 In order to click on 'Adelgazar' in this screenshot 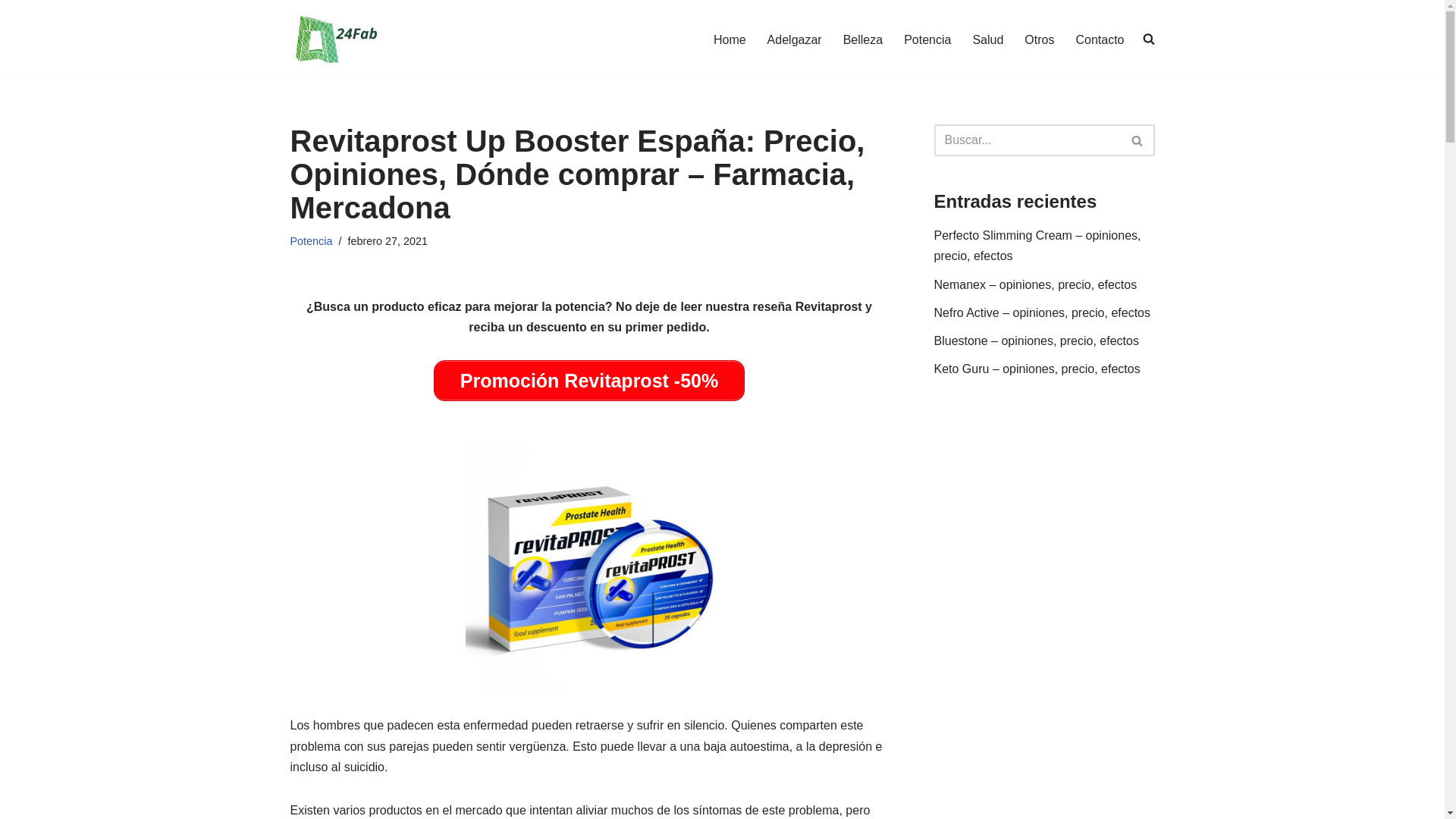, I will do `click(793, 39)`.